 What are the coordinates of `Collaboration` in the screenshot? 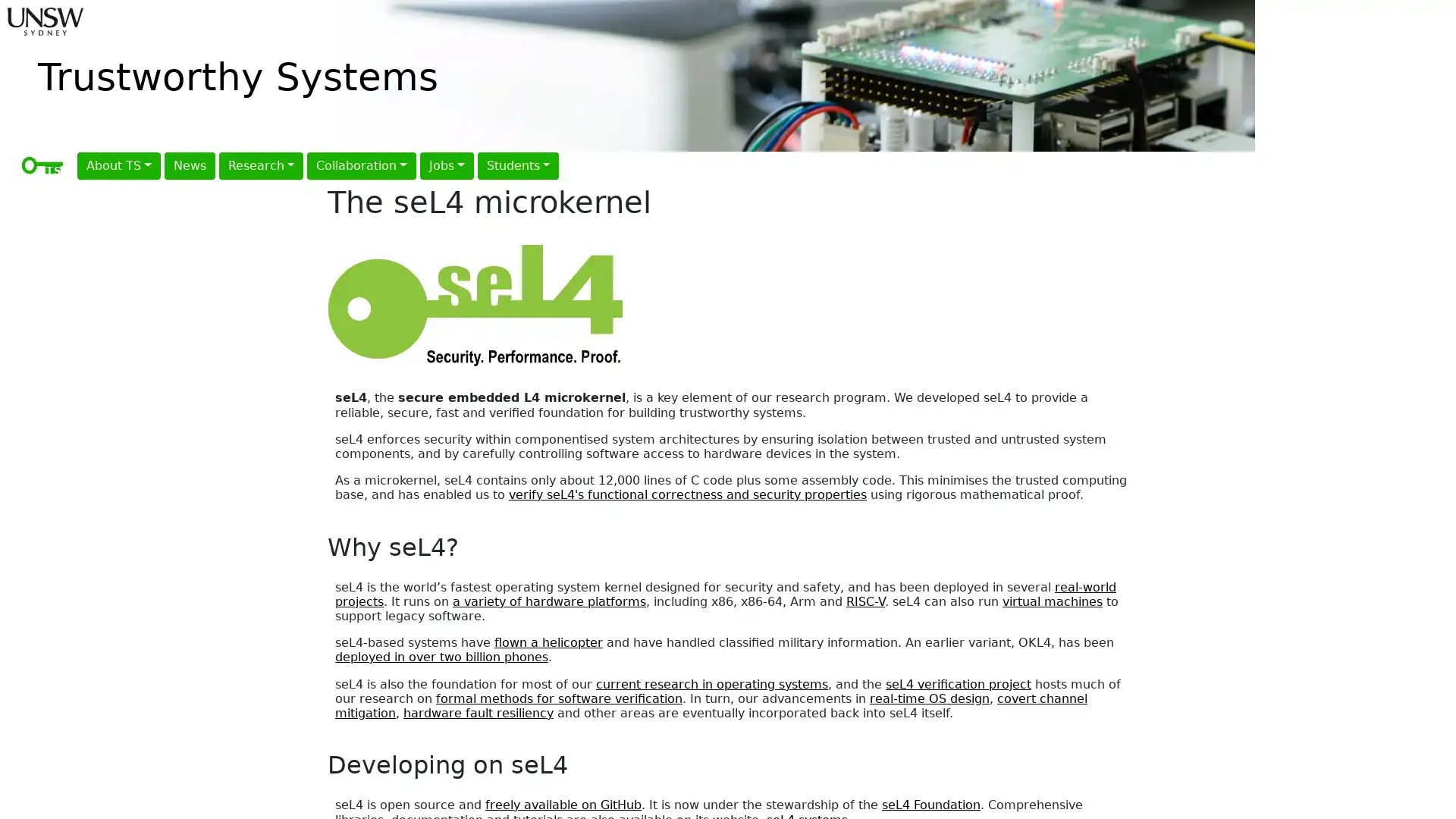 It's located at (360, 165).